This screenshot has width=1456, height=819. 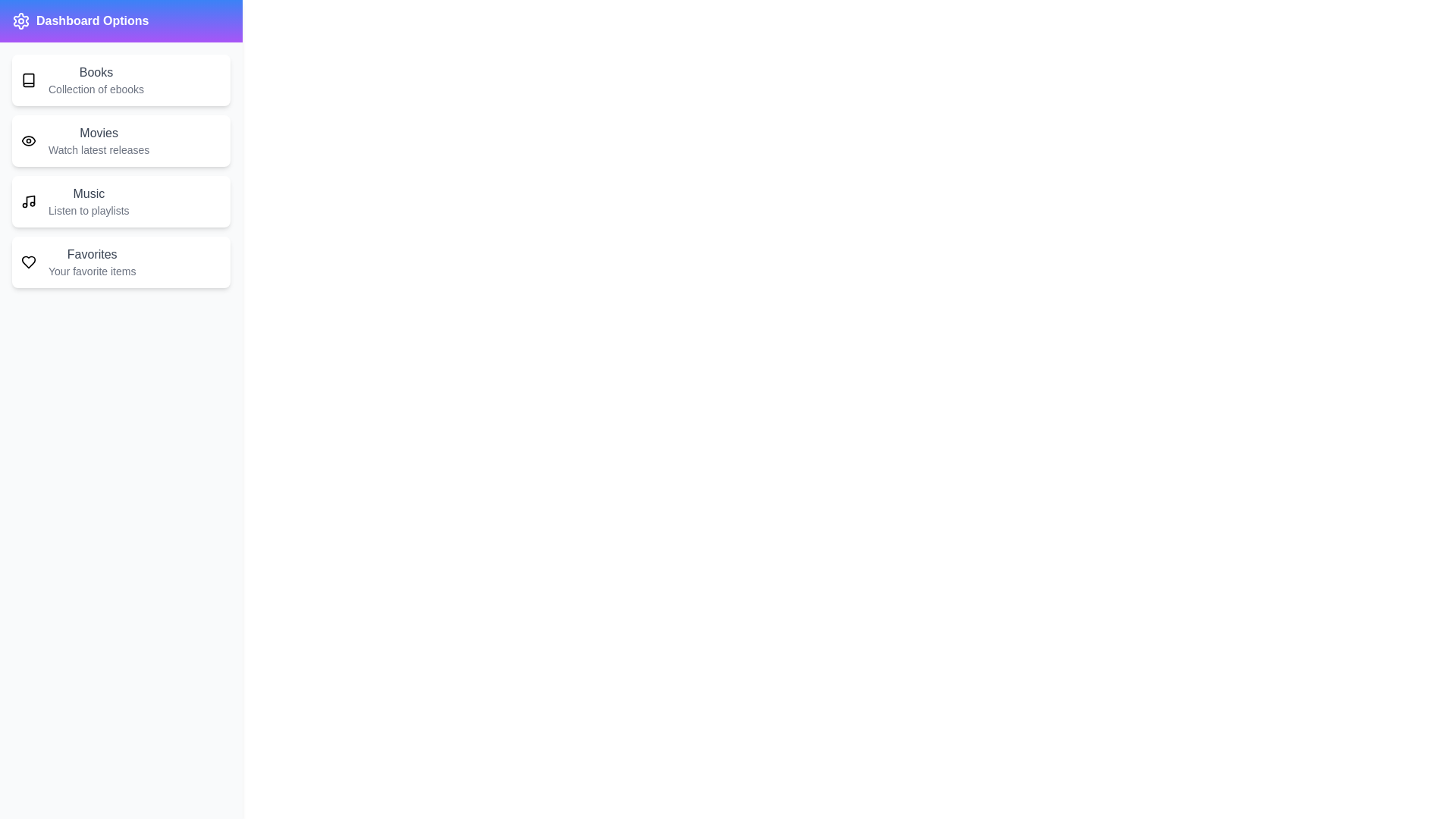 I want to click on the menu item labeled 'Favorites' to observe its hover effect, so click(x=120, y=262).